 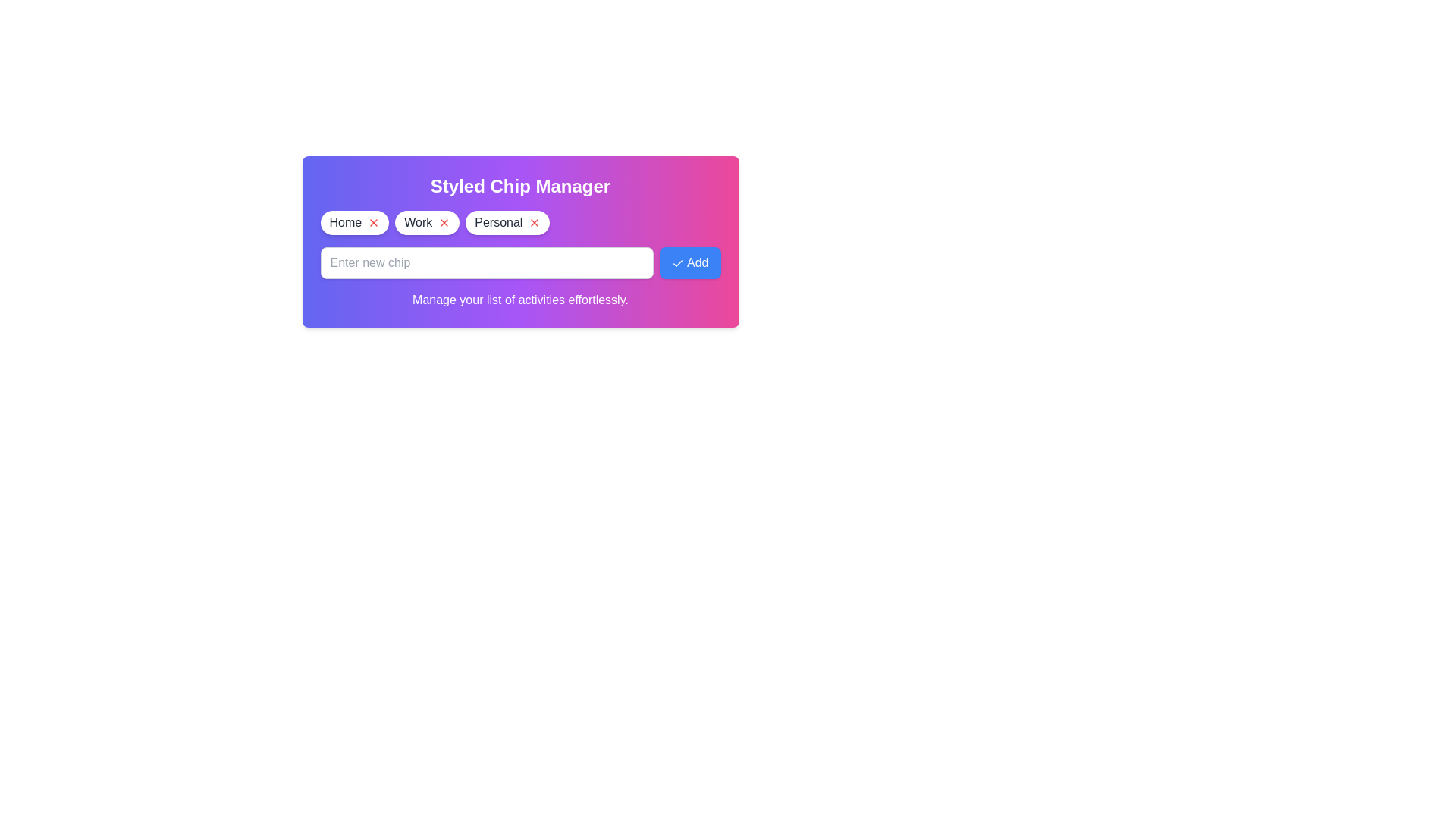 What do you see at coordinates (520, 300) in the screenshot?
I see `the instructional text below the input field` at bounding box center [520, 300].